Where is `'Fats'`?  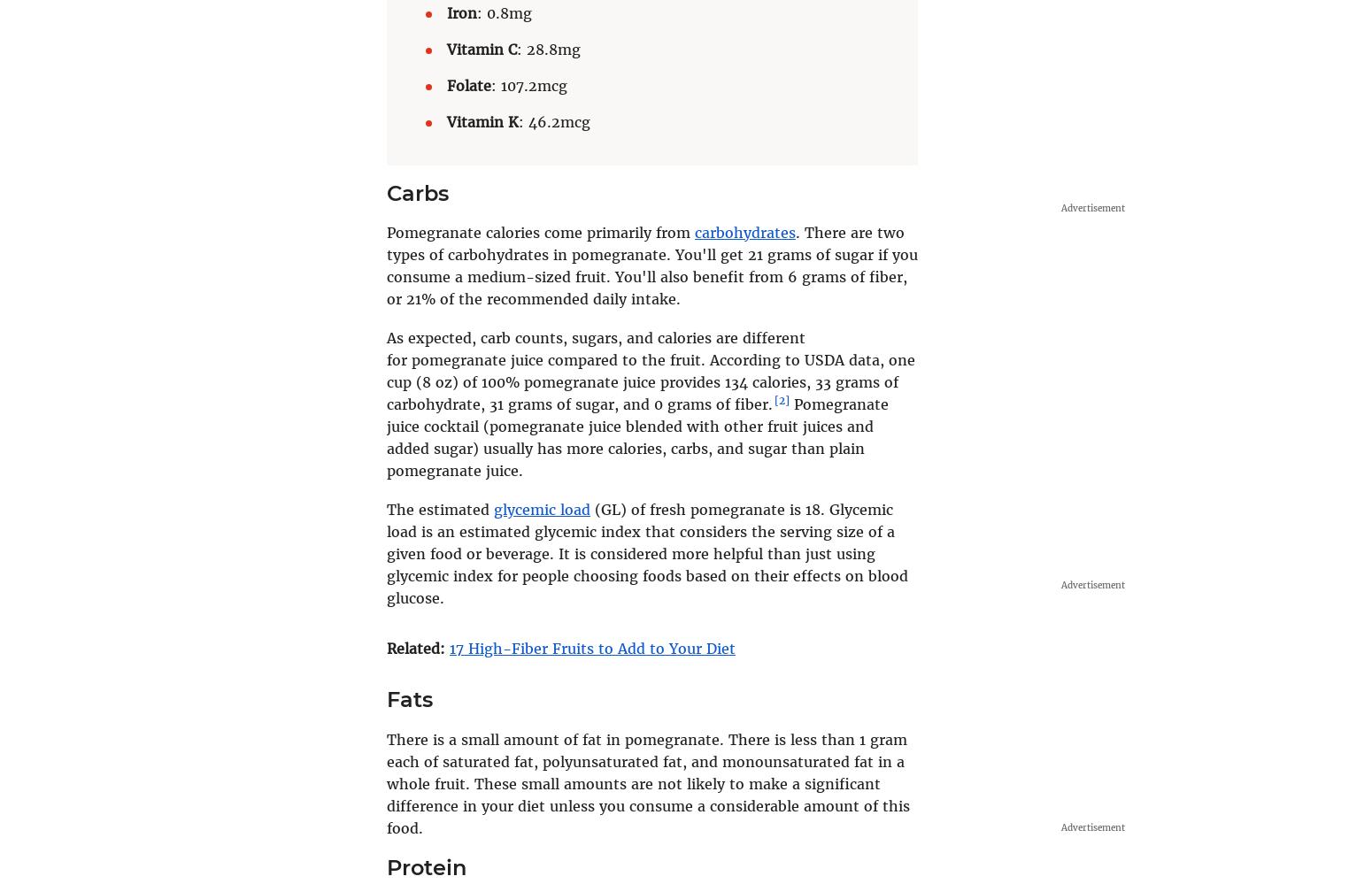 'Fats' is located at coordinates (409, 699).